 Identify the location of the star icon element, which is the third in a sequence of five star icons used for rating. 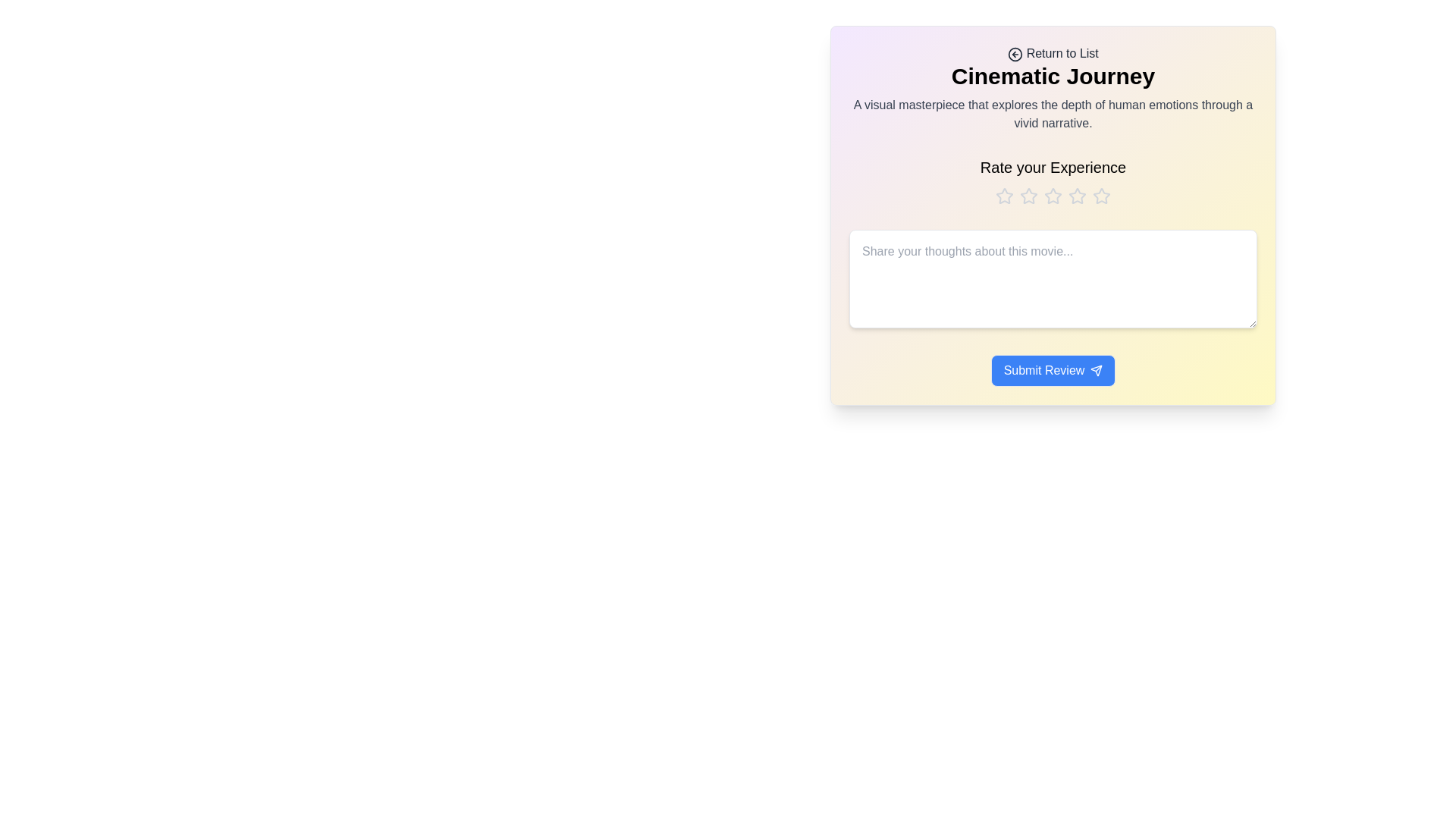
(1052, 195).